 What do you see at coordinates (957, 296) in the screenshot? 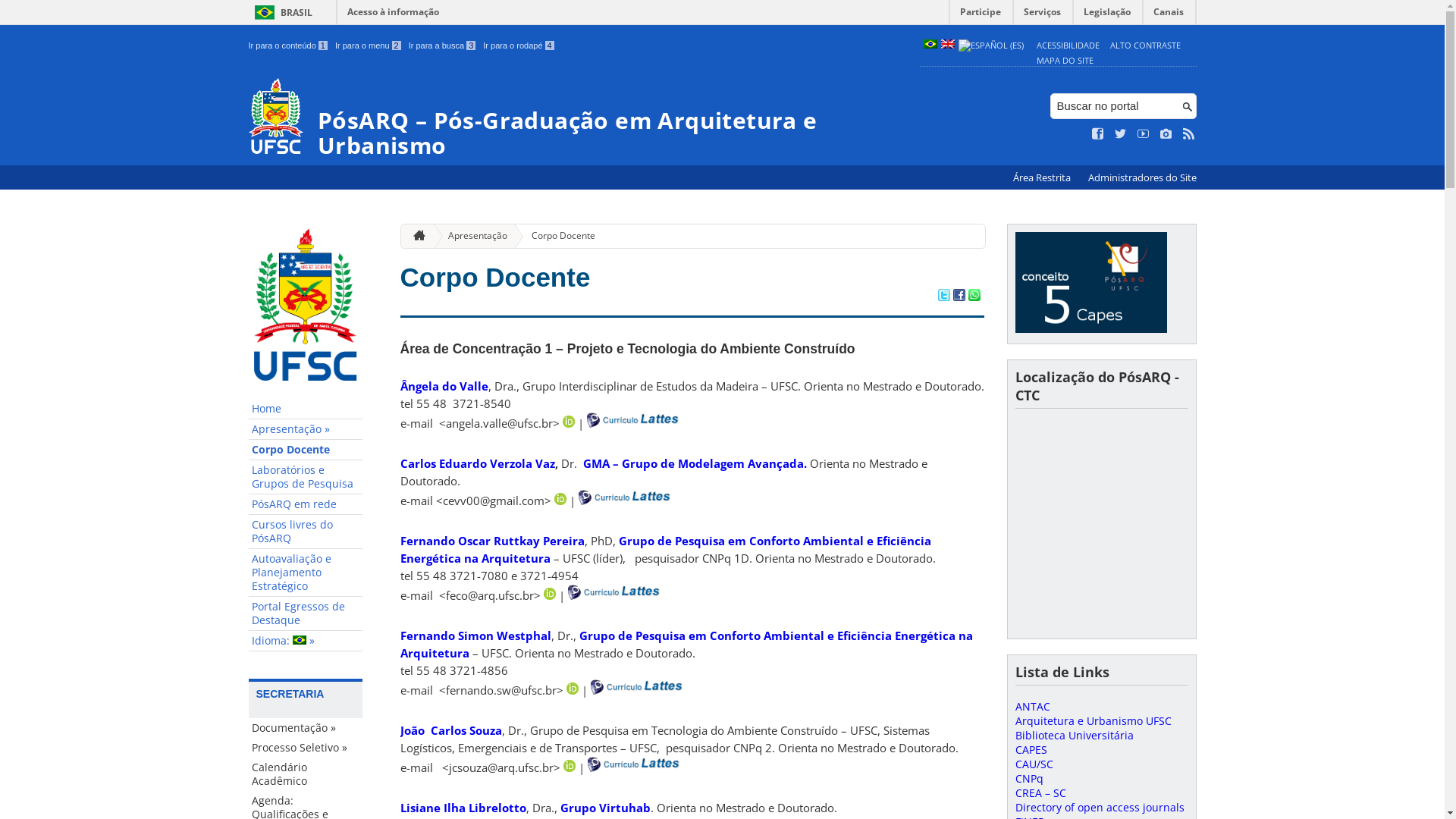
I see `'Compartilhar no Facebook'` at bounding box center [957, 296].